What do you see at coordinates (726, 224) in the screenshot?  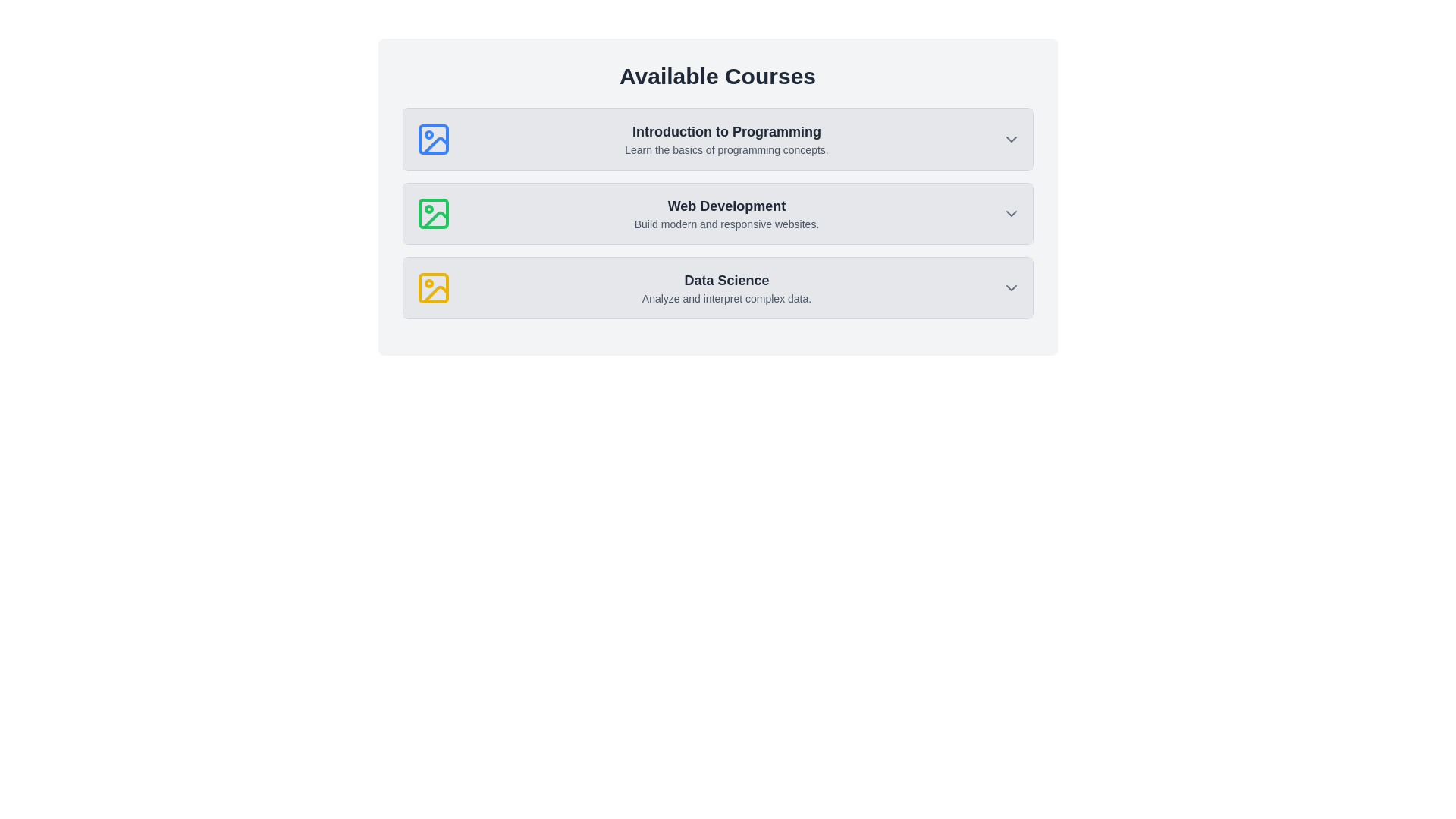 I see `the text label that reads 'Build modern and responsive websites.', which is styled in light gray color and positioned beneath the heading 'Web Development' in the 'Available Courses' section` at bounding box center [726, 224].